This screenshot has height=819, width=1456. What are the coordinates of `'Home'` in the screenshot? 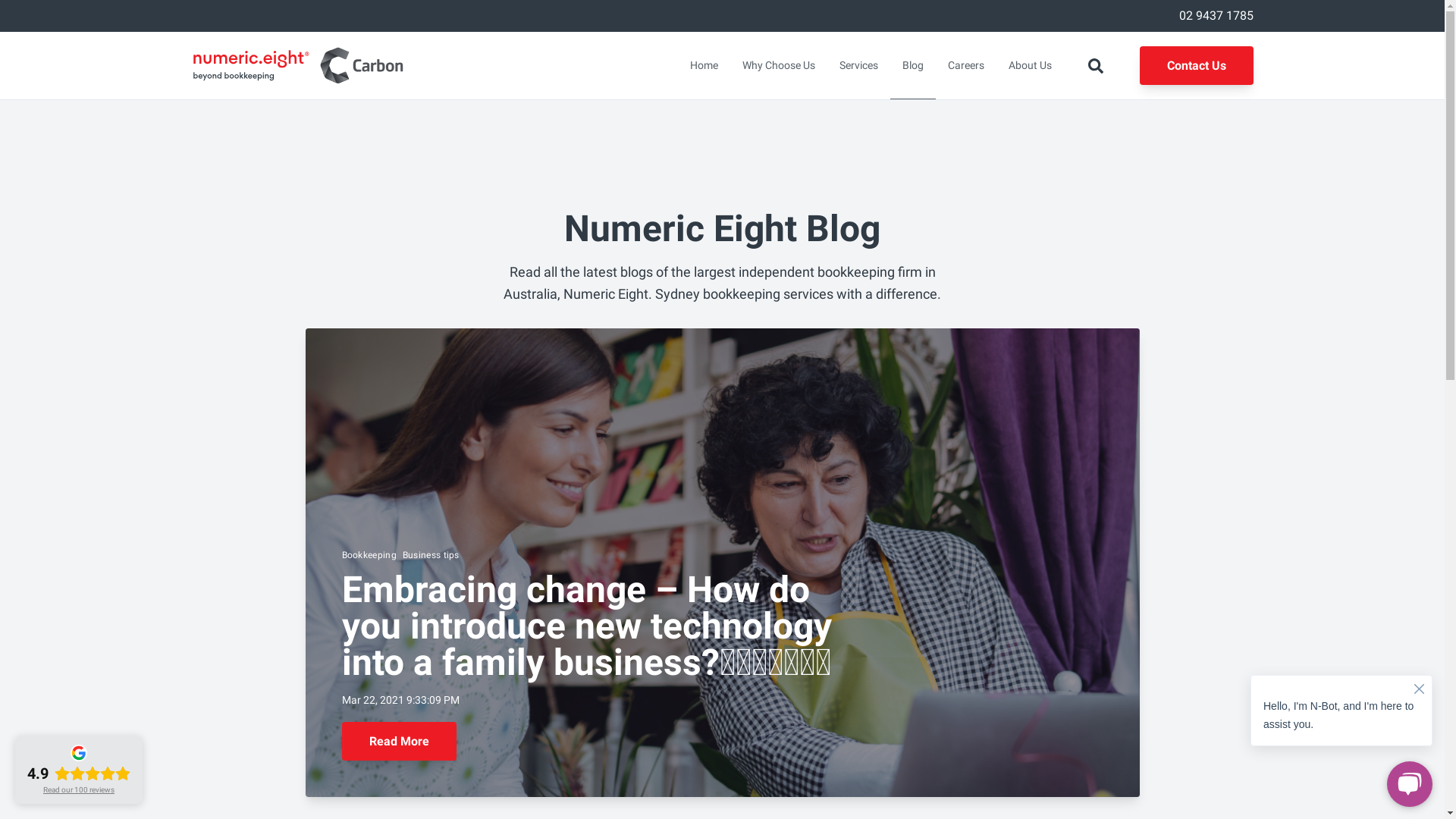 It's located at (703, 64).